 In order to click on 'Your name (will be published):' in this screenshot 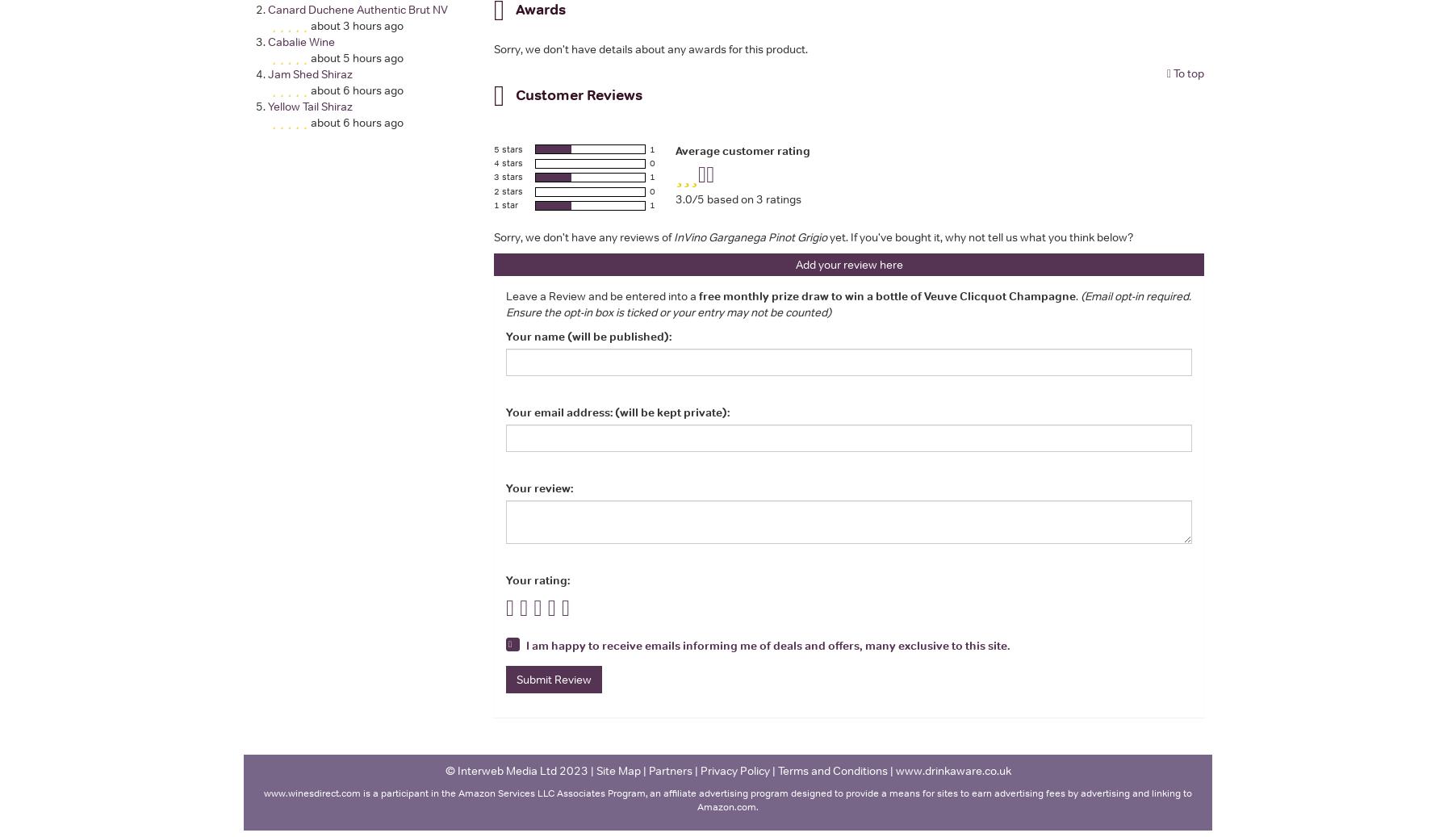, I will do `click(505, 335)`.